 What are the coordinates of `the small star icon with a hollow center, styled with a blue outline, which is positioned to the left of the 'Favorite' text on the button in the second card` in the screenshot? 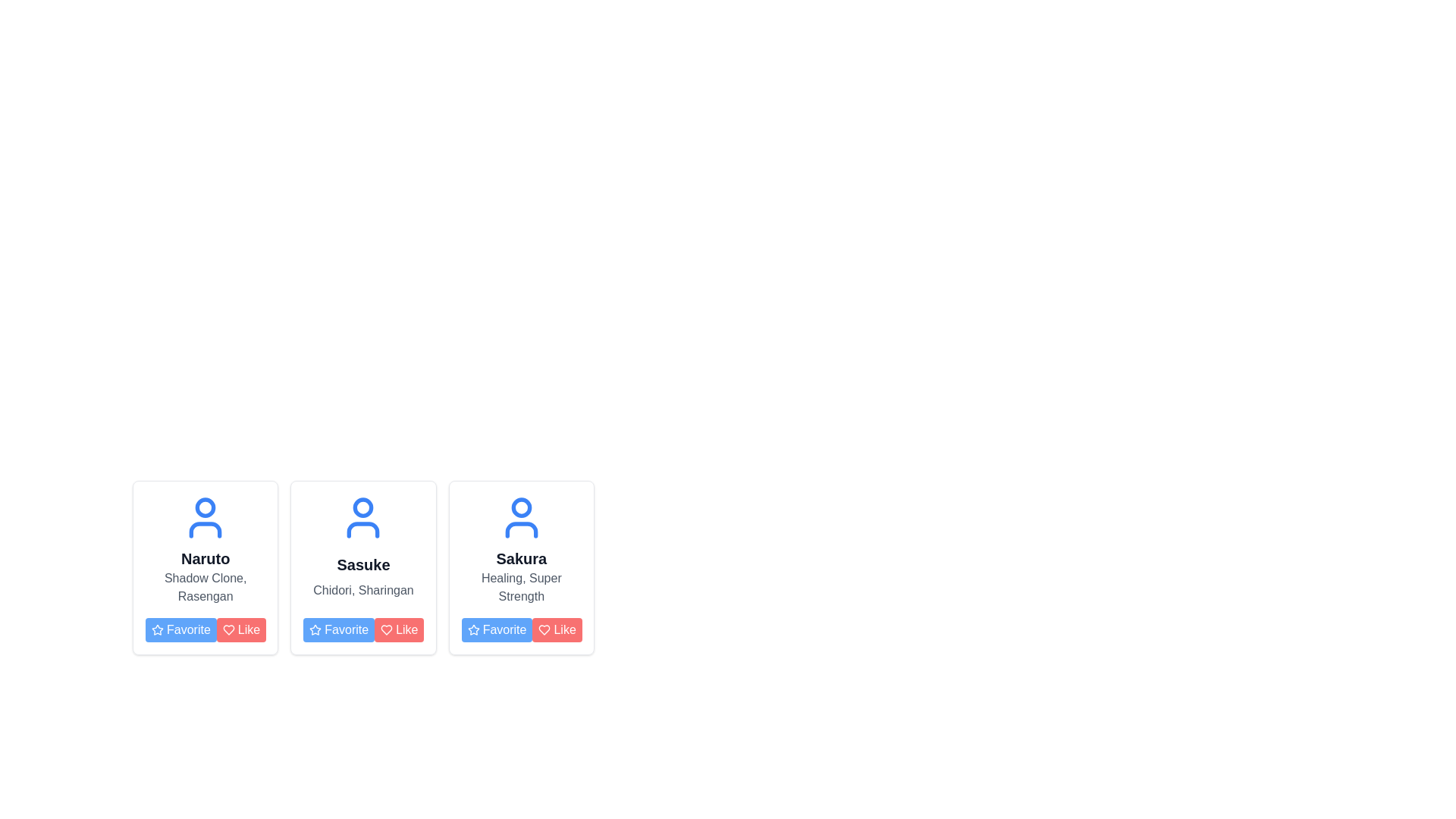 It's located at (315, 629).